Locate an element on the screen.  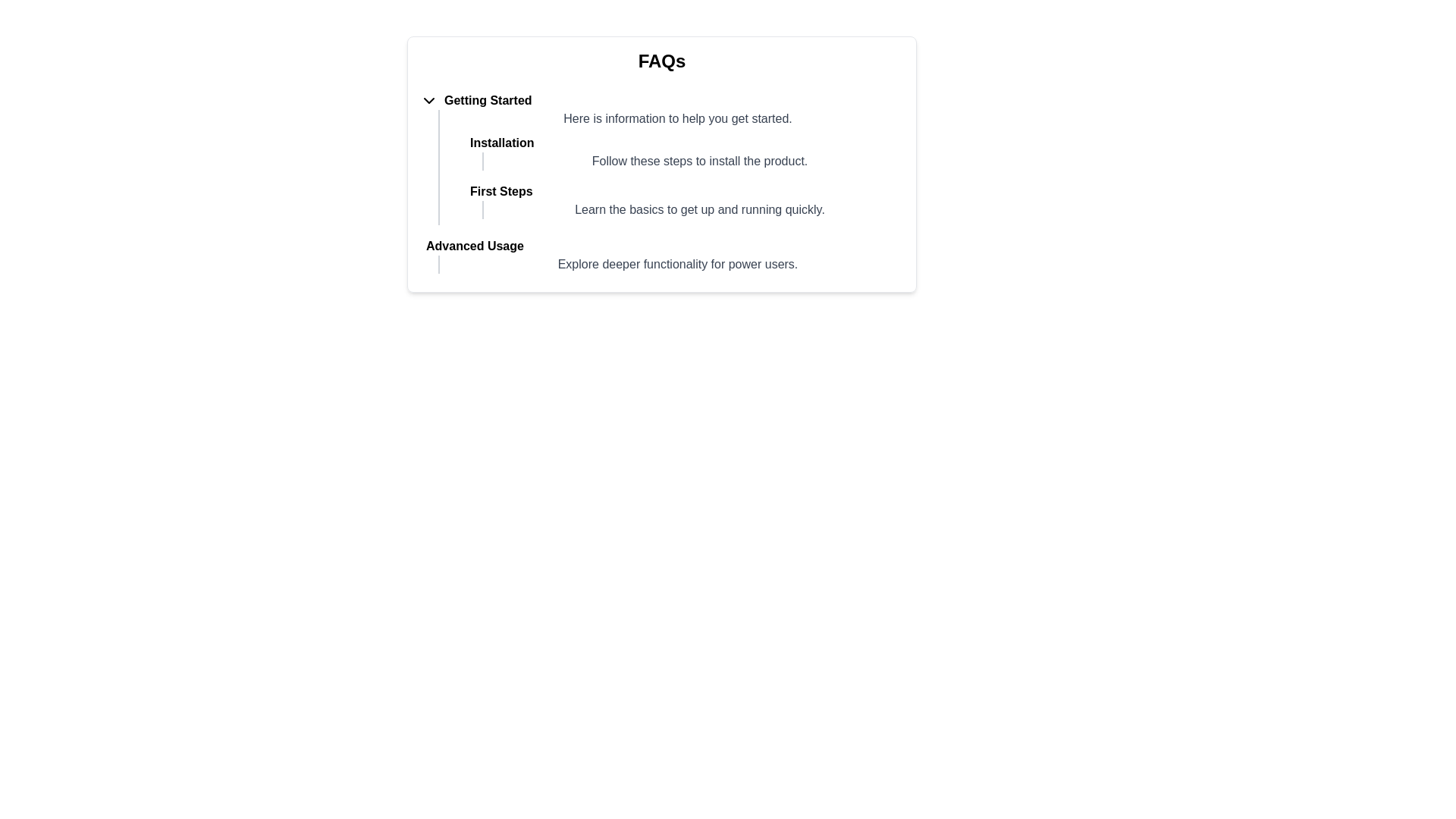
text content 'Explore deeper functionality for power users.' located under the 'Advanced Usage' section in a FAQ-like interface is located at coordinates (676, 263).